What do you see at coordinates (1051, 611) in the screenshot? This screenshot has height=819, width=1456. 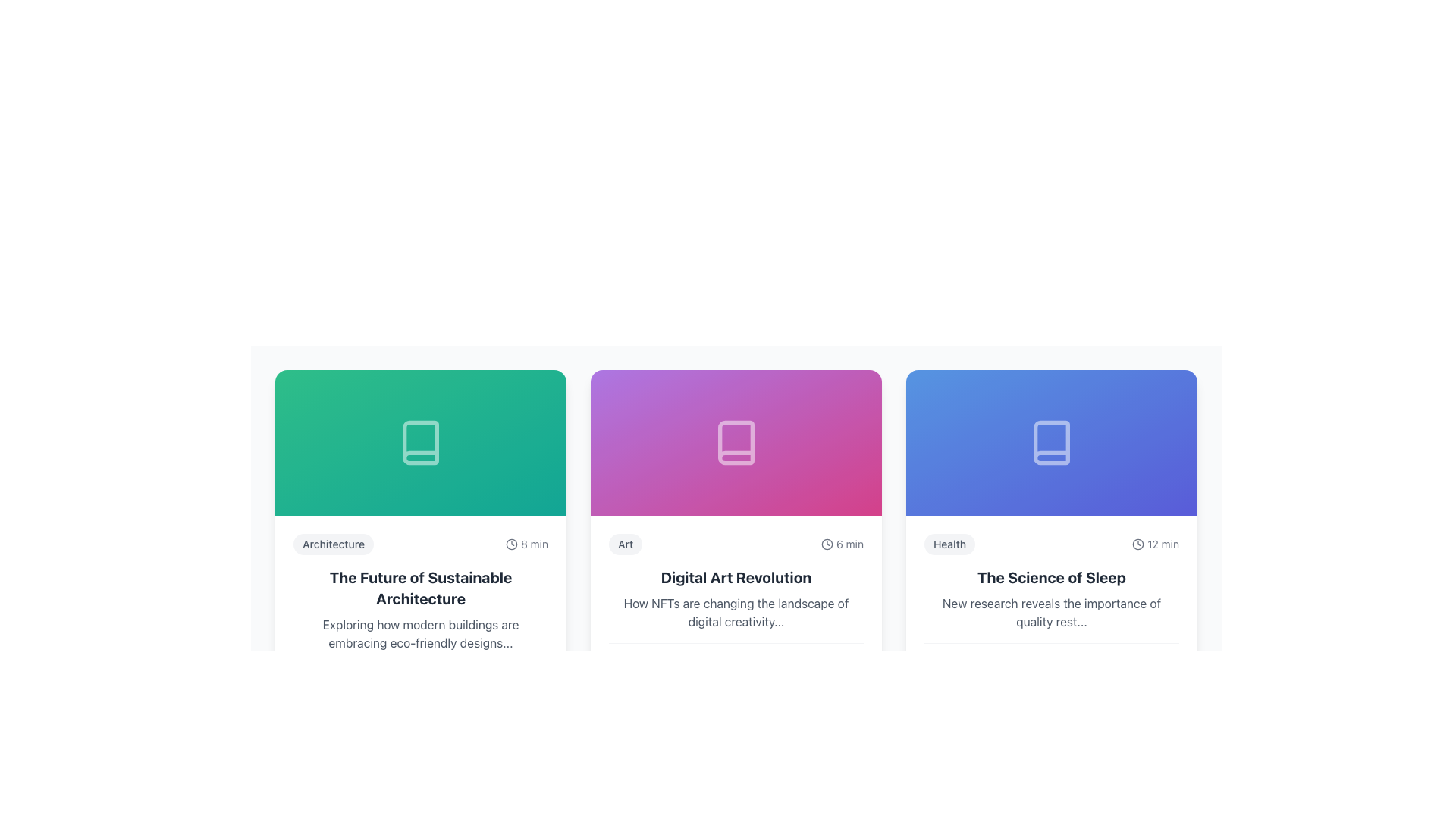 I see `the text block located in the rightmost card, positioned below the title 'The Science of Sleep' and above the button interface elements` at bounding box center [1051, 611].